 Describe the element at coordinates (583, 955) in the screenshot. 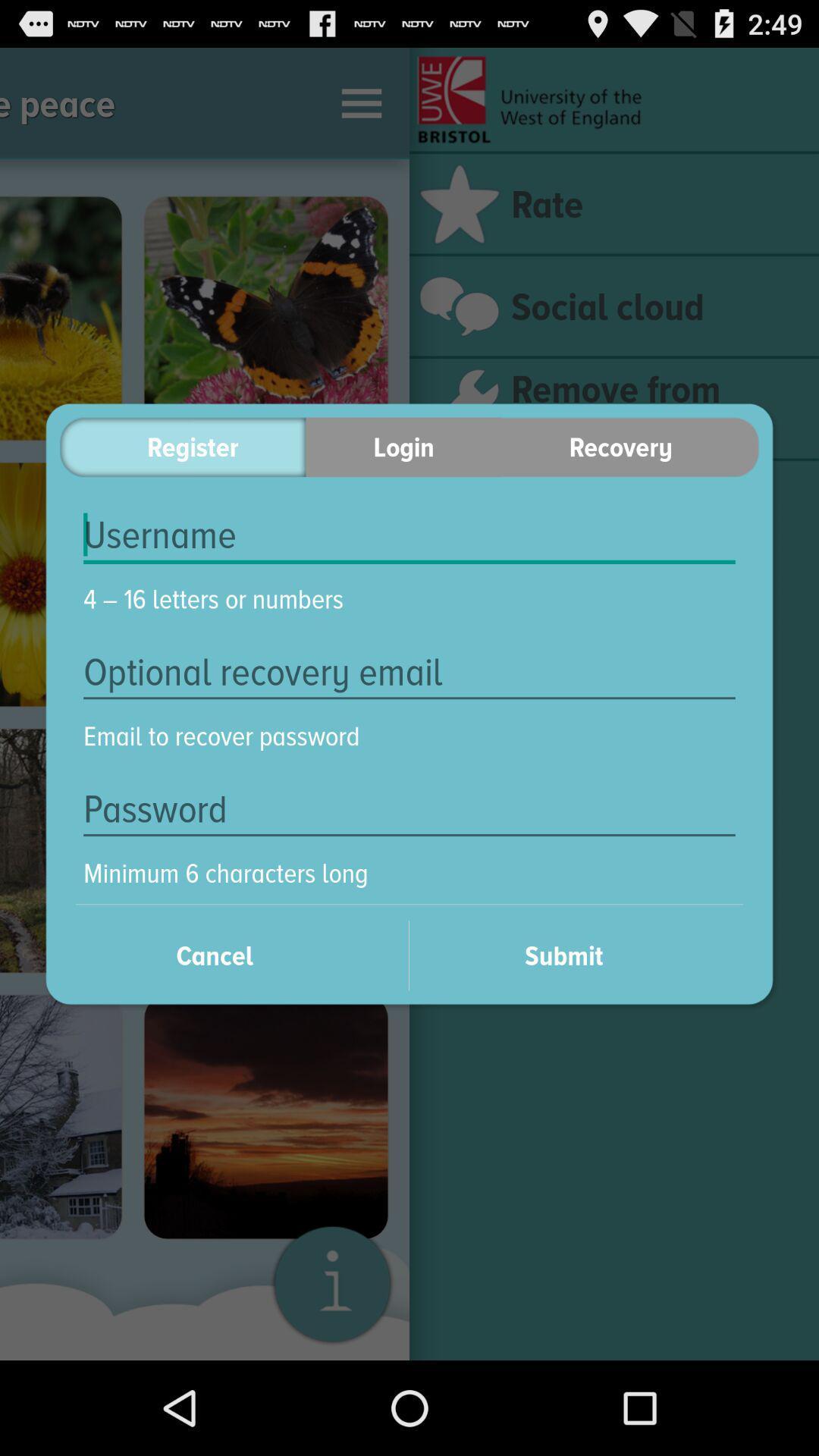

I see `the submit` at that location.